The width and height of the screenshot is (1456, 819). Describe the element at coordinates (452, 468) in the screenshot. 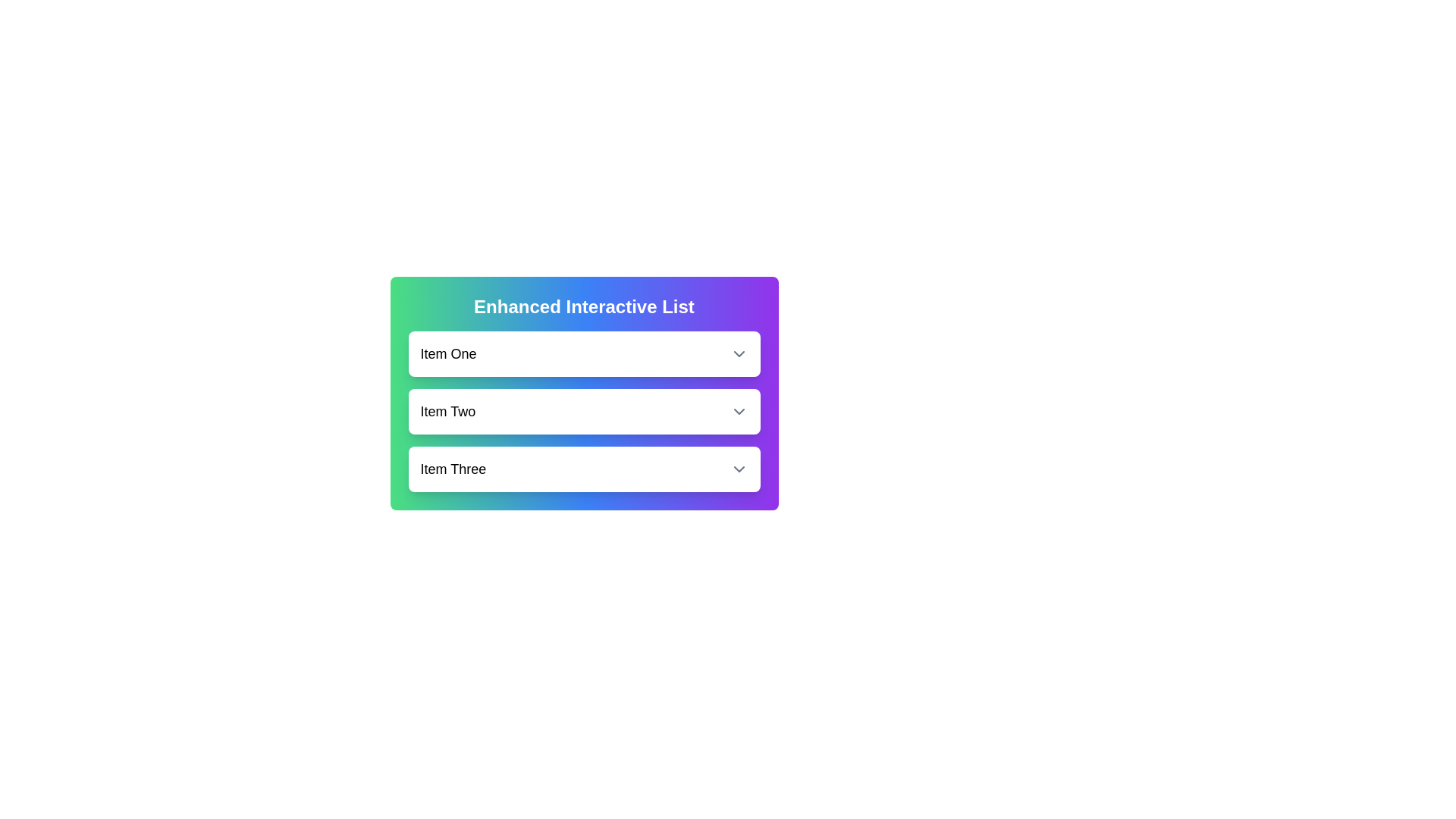

I see `the text label that displays the third item in a vertically stacked list, which is aligned with a downward chevron icon on its right` at that location.